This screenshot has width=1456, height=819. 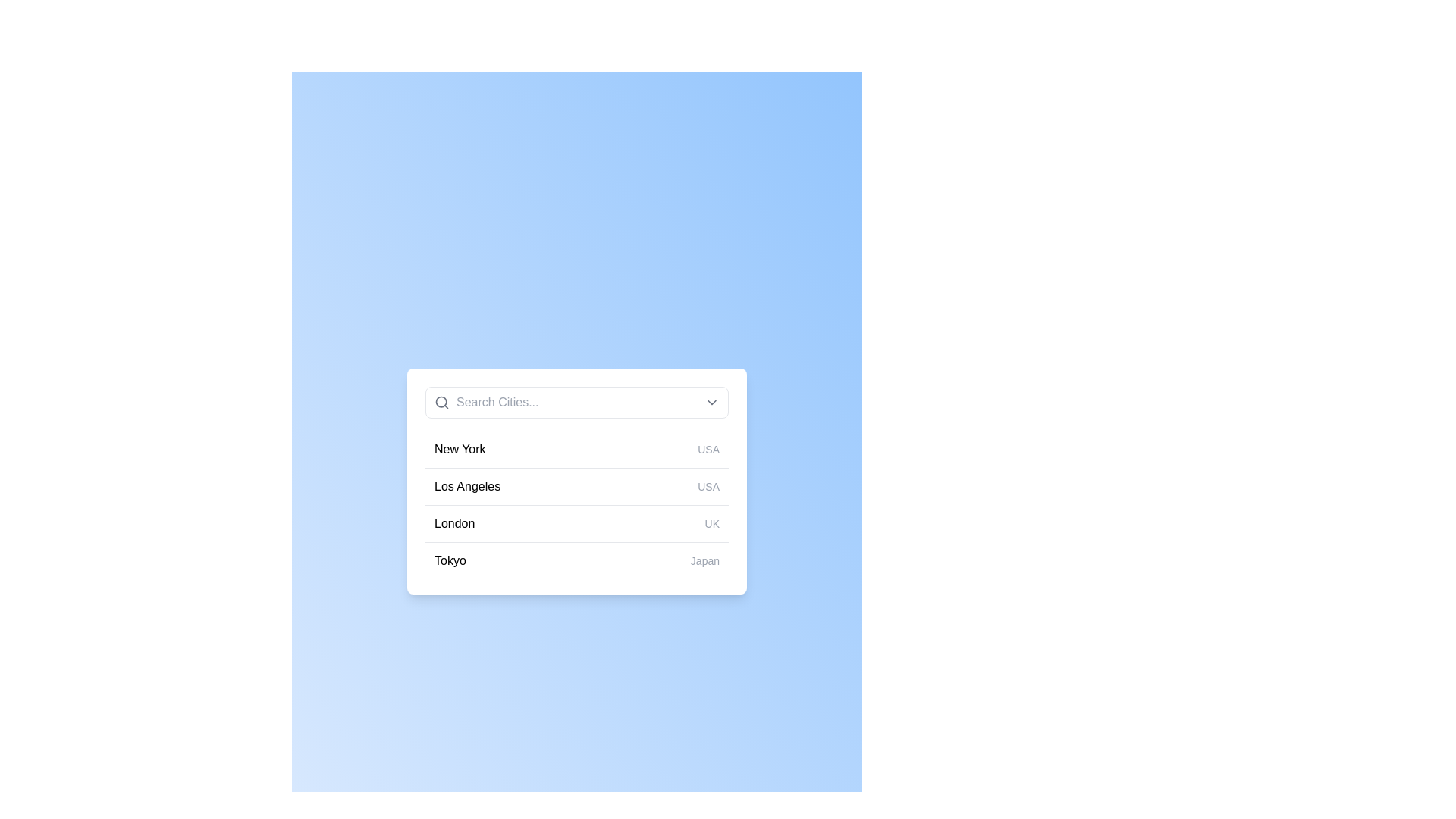 I want to click on the static text label that provides details about the country associated with 'Los Angeles', located at the right end of the row labeled 'Los Angeles', so click(x=708, y=486).